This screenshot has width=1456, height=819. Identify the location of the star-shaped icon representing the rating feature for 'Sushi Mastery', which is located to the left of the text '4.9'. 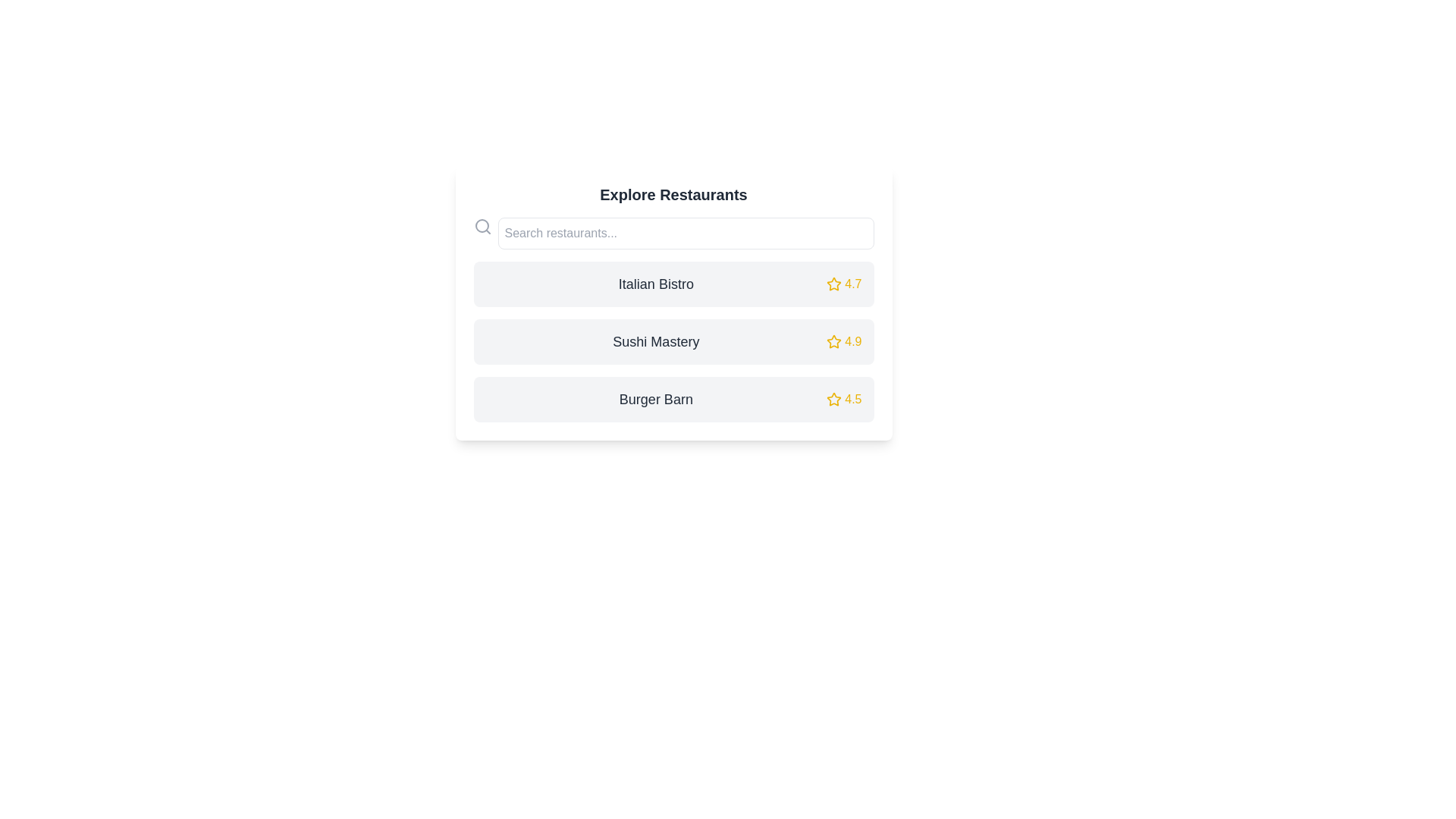
(833, 342).